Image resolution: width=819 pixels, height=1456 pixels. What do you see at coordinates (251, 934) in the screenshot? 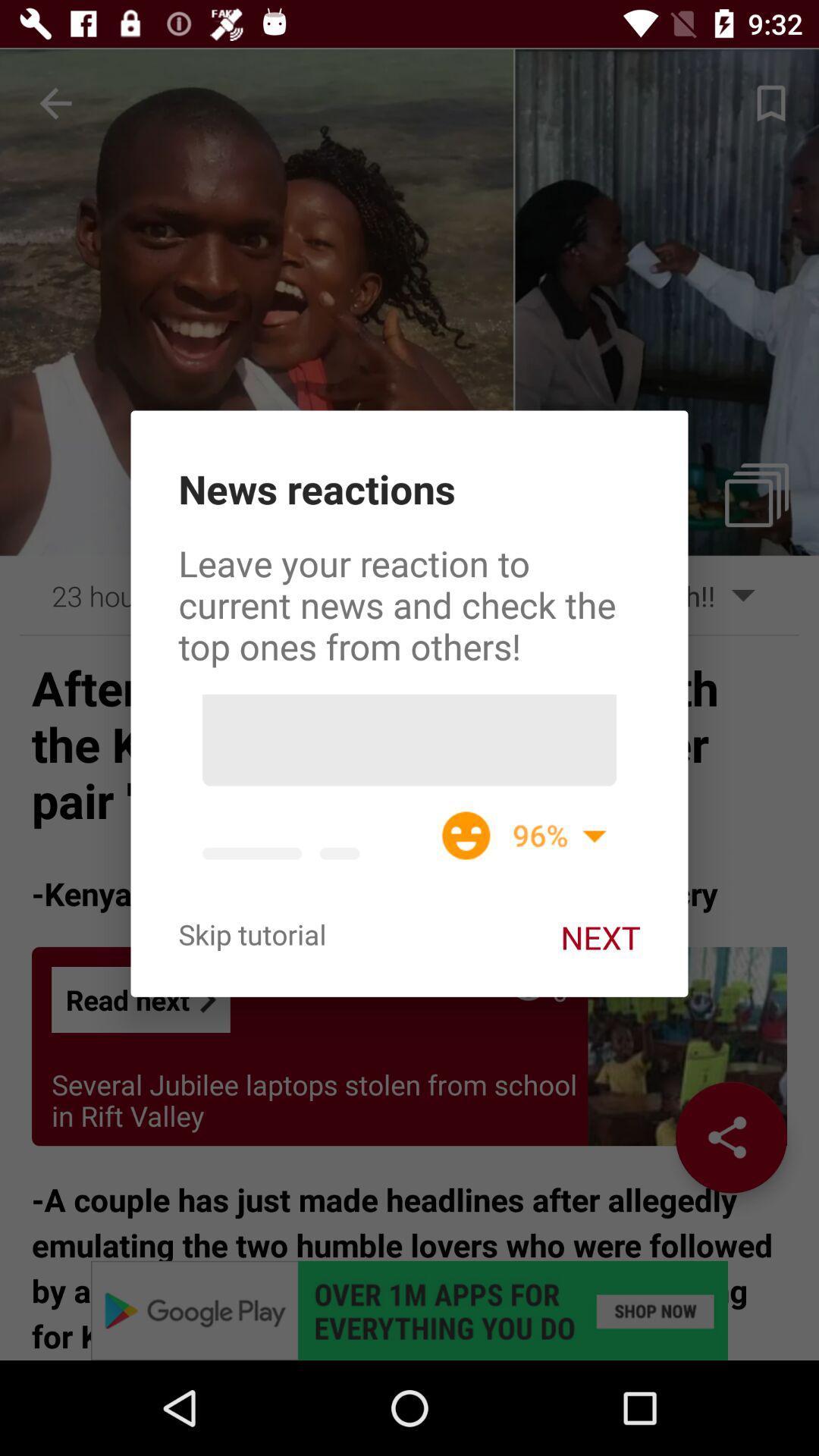
I see `the item to the left of the next icon` at bounding box center [251, 934].